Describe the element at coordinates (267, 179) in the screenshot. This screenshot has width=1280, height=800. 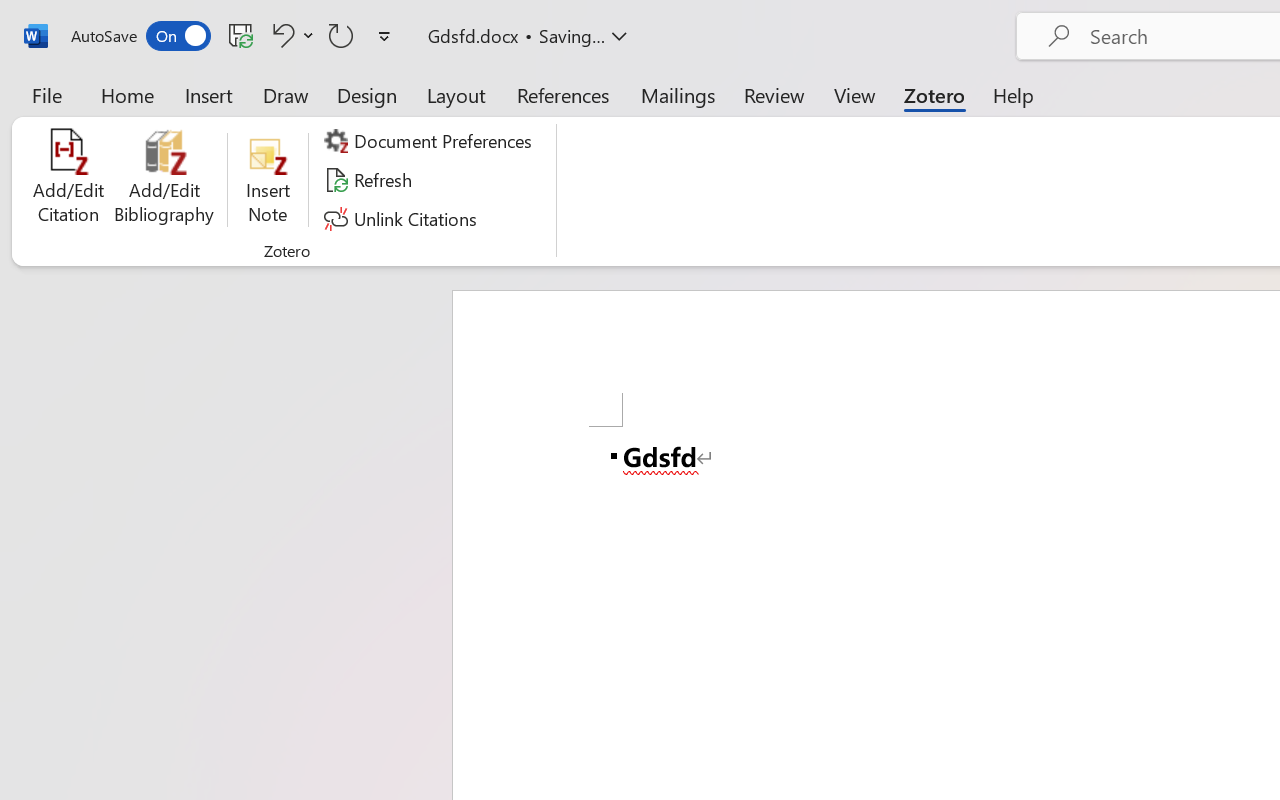
I see `'Insert Note'` at that location.